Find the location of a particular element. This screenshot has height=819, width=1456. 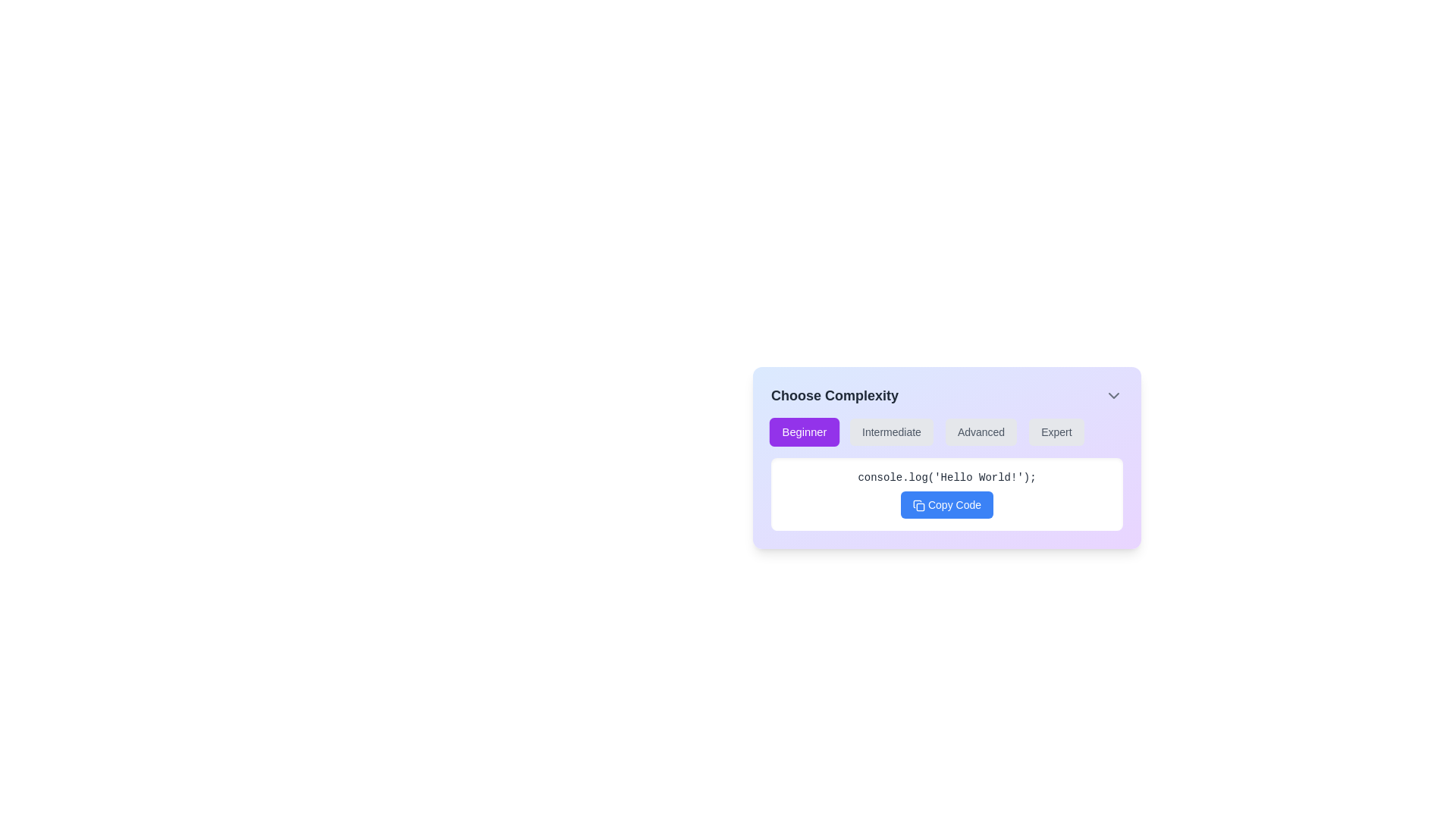

the small downward-pointing chevron icon located in the upper-right corner of the 'Choose Complexity' section is located at coordinates (1113, 394).